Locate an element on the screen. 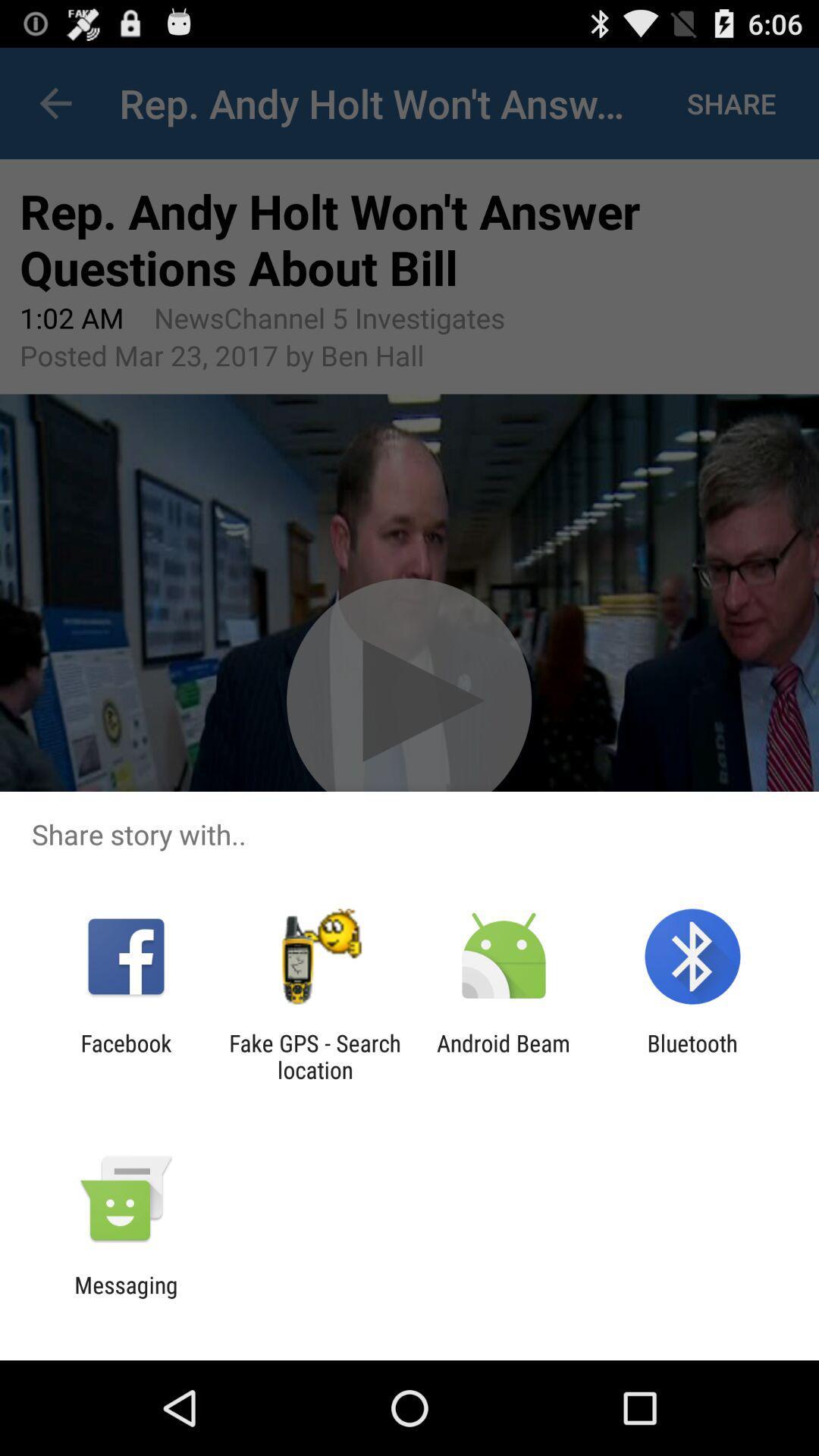 Image resolution: width=819 pixels, height=1456 pixels. the android beam is located at coordinates (504, 1056).